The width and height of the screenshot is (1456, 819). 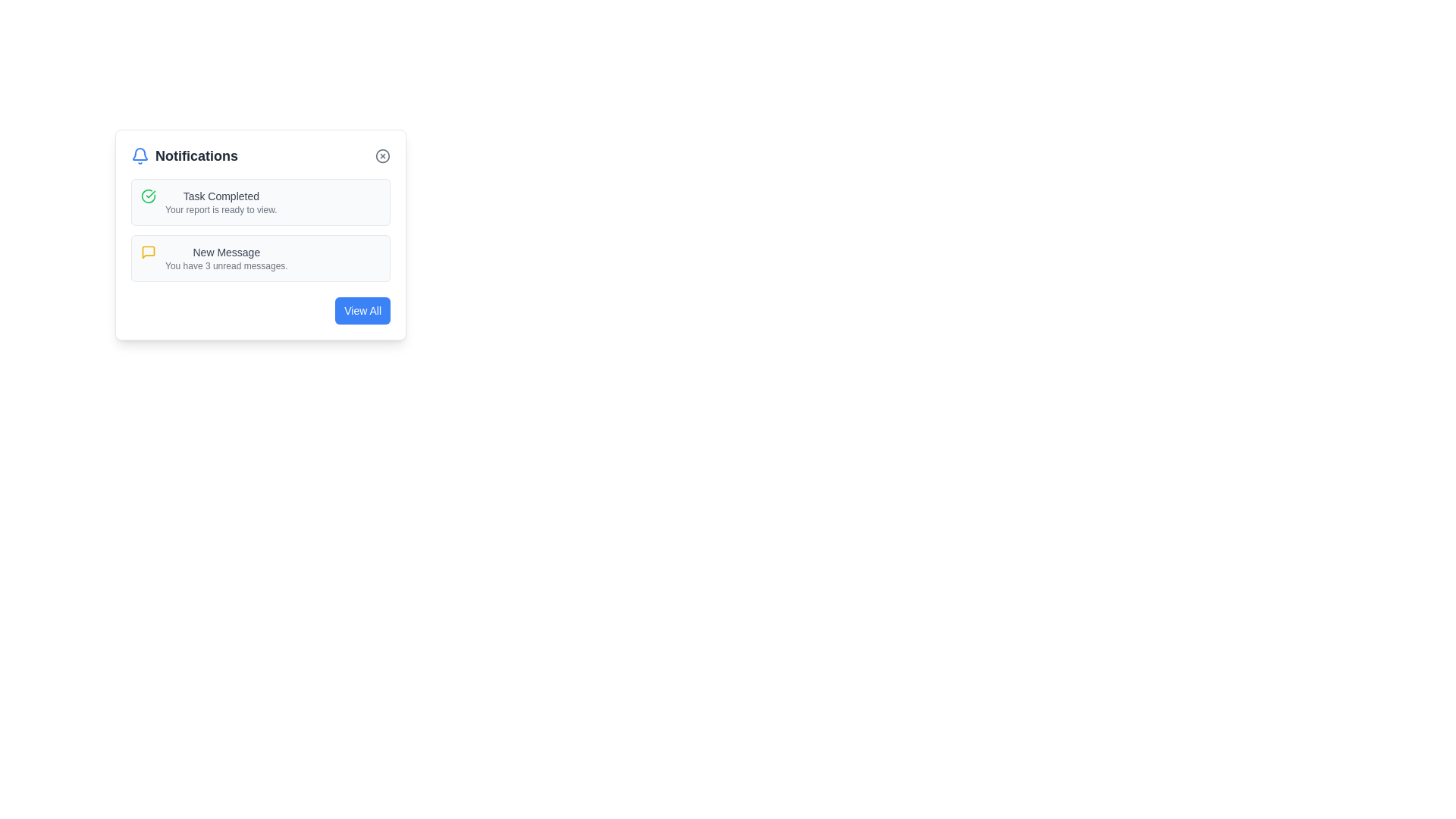 I want to click on the circular icon with a central cross symbol located in the notification modal at the top-right corner, so click(x=382, y=155).